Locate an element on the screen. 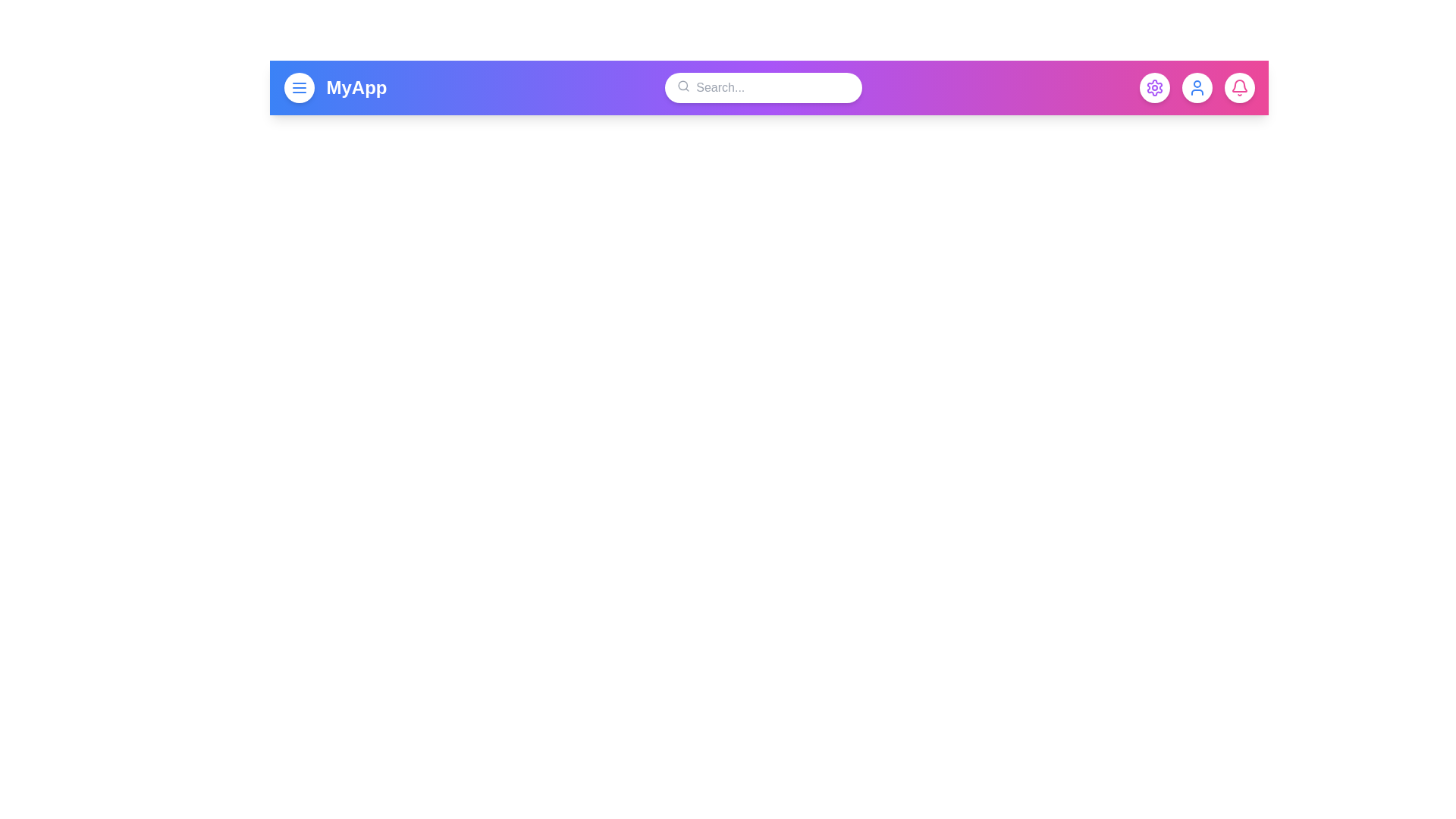 The width and height of the screenshot is (1456, 819). the user button to access the user profile is located at coordinates (1196, 87).